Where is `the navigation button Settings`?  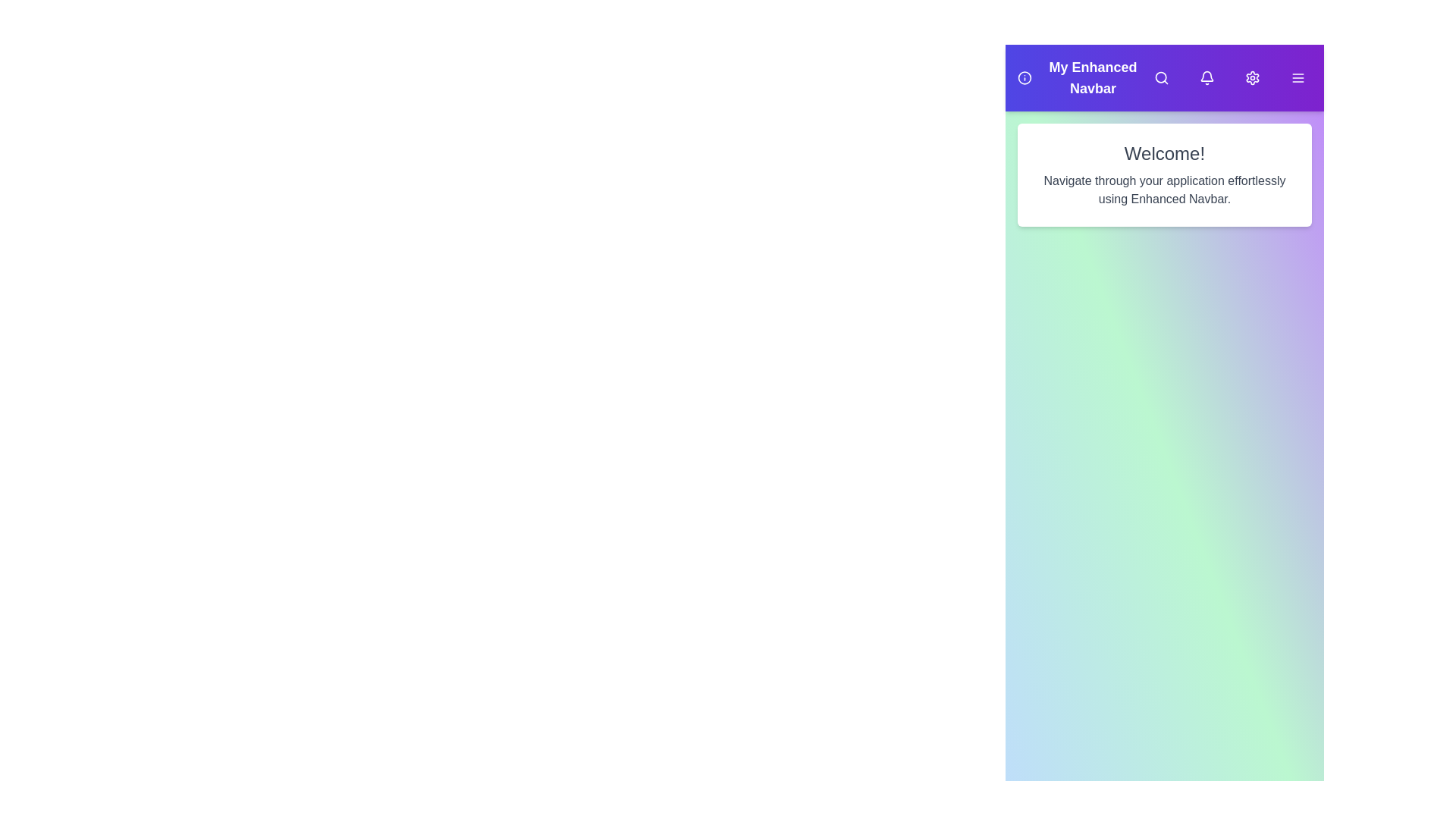
the navigation button Settings is located at coordinates (1252, 78).